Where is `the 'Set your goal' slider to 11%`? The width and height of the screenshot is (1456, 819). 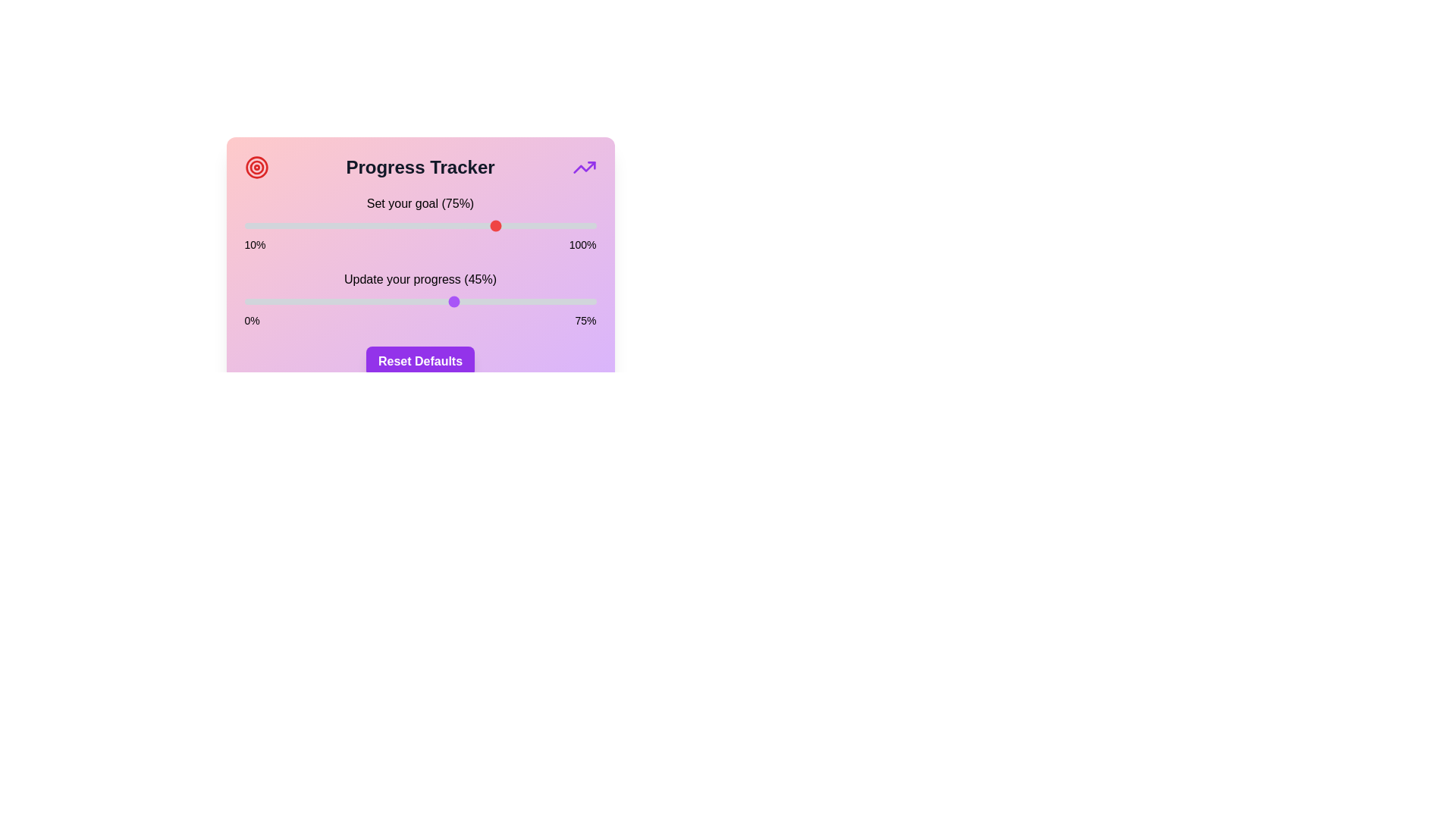 the 'Set your goal' slider to 11% is located at coordinates (248, 225).